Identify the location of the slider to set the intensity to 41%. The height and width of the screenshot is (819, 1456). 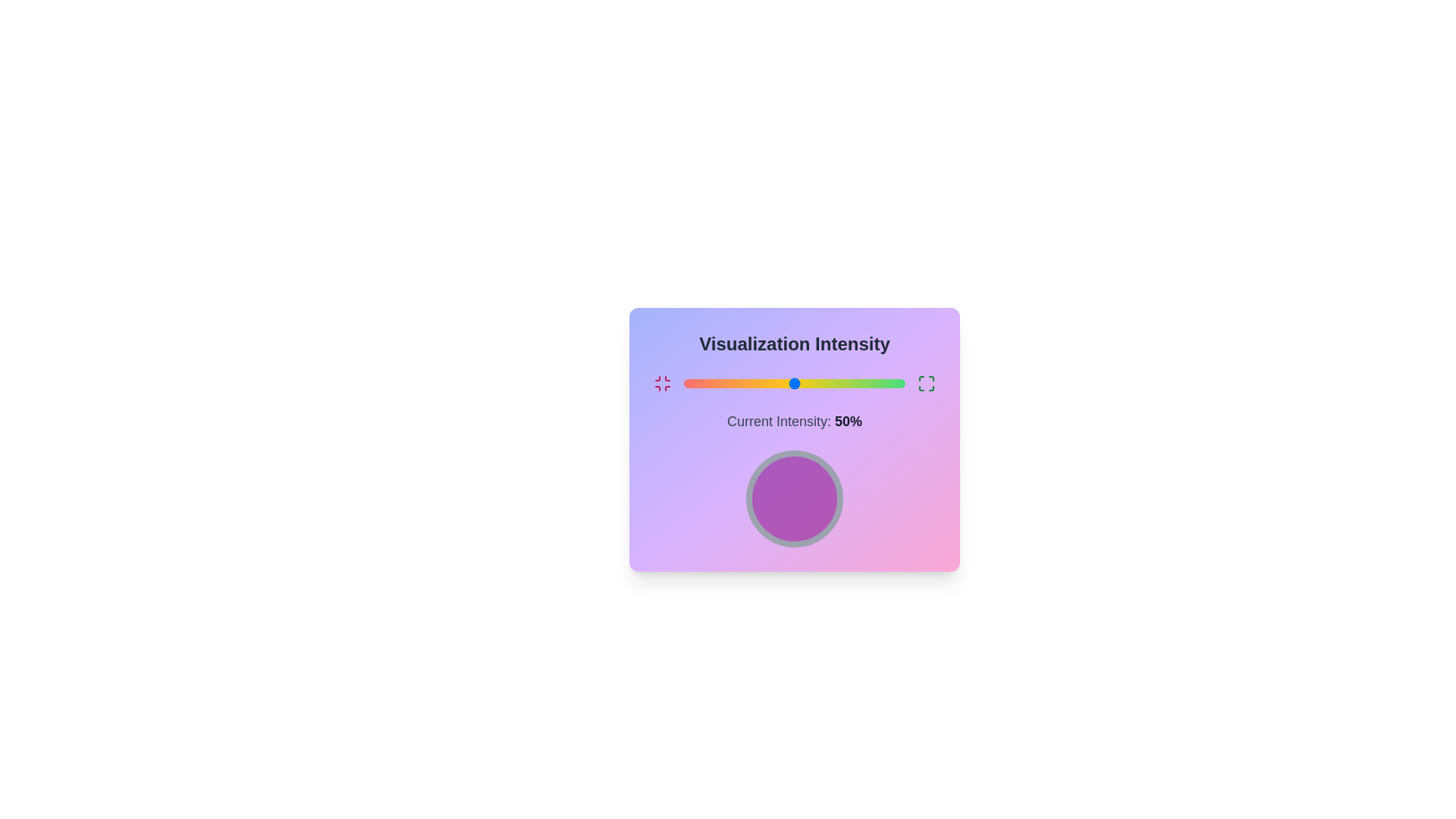
(774, 382).